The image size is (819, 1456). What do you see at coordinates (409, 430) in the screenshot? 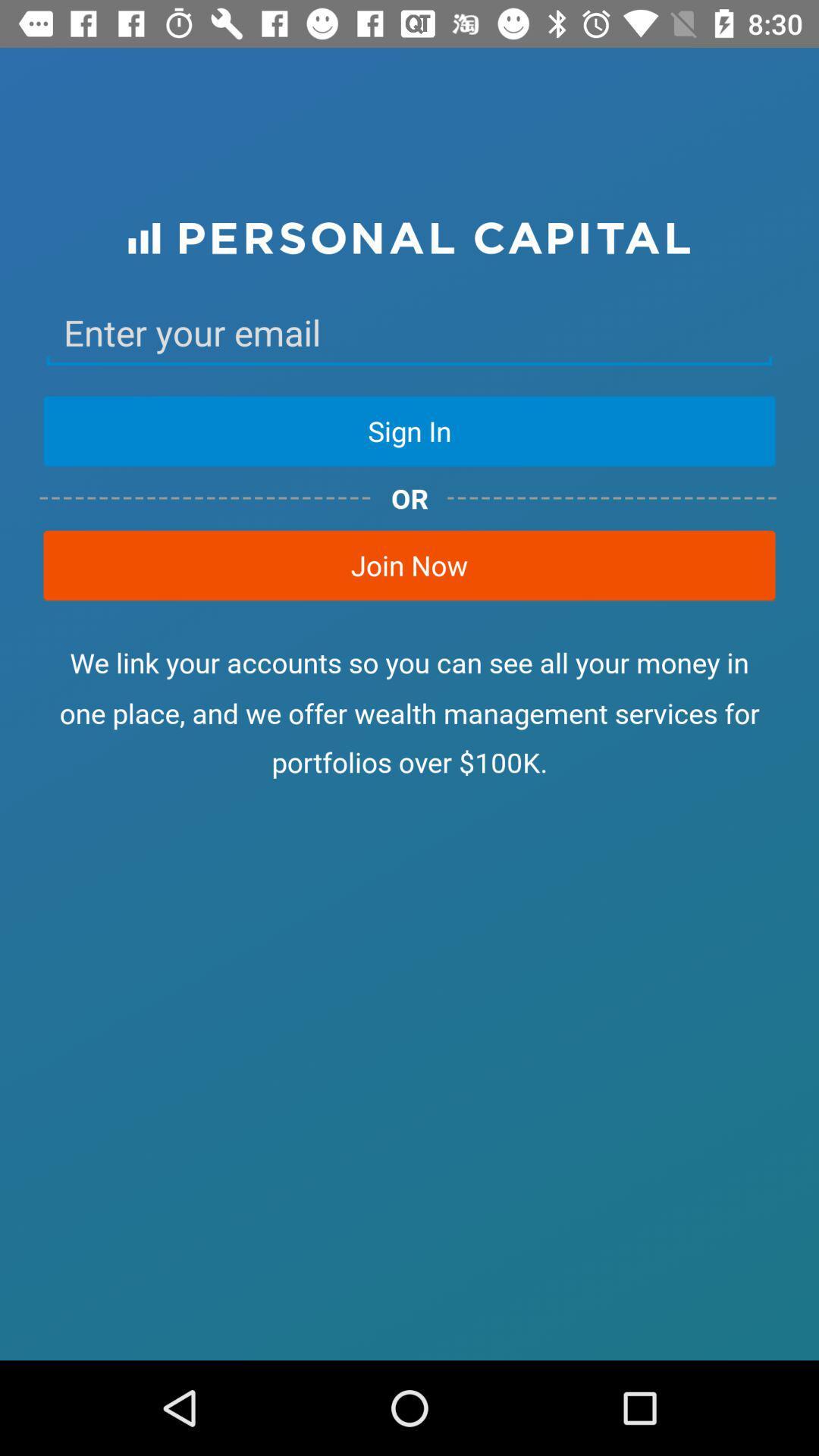
I see `the sign in` at bounding box center [409, 430].